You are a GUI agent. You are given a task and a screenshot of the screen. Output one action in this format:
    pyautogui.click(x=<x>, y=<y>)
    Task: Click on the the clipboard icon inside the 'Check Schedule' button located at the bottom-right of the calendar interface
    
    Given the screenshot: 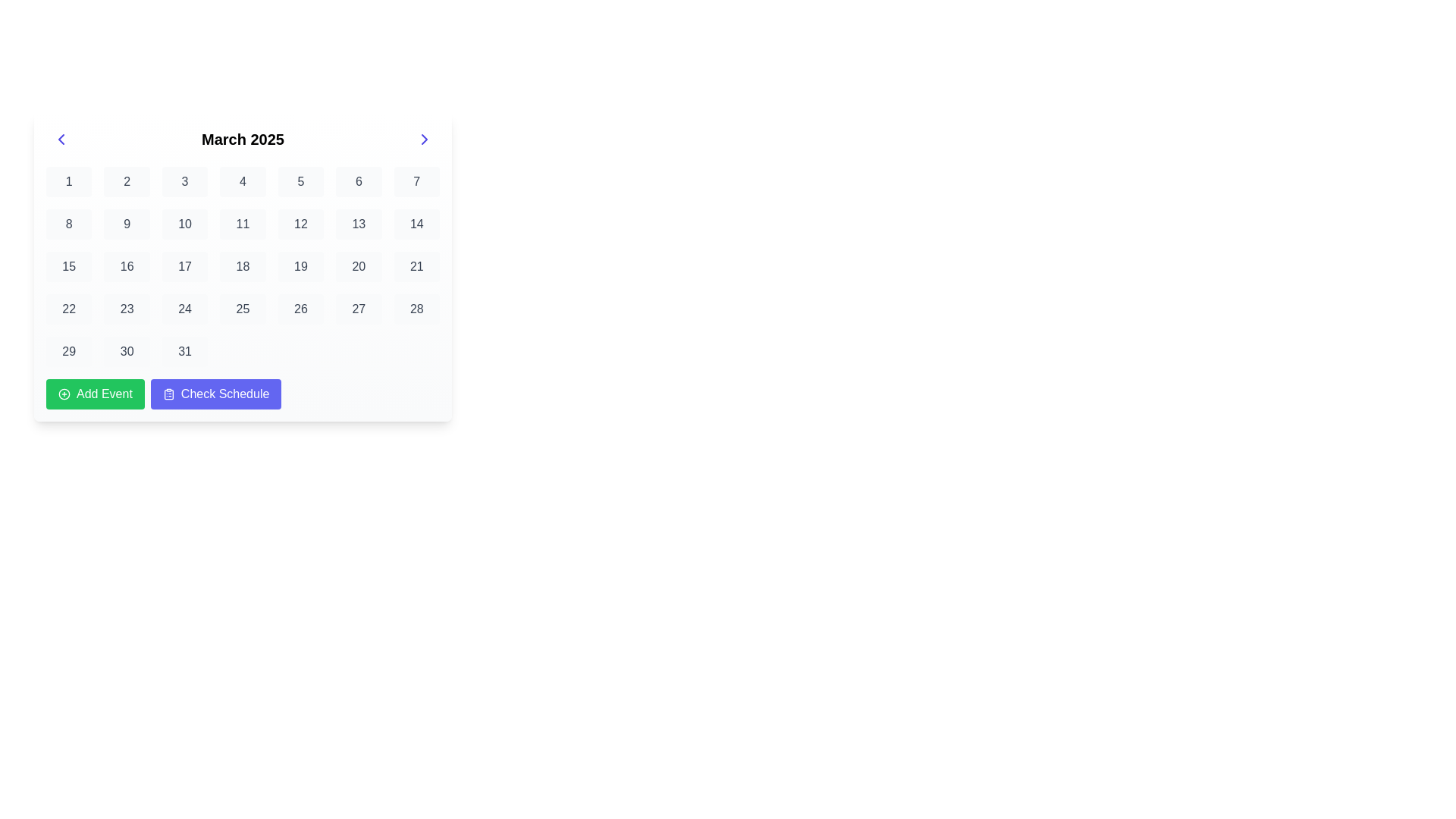 What is the action you would take?
    pyautogui.click(x=168, y=394)
    